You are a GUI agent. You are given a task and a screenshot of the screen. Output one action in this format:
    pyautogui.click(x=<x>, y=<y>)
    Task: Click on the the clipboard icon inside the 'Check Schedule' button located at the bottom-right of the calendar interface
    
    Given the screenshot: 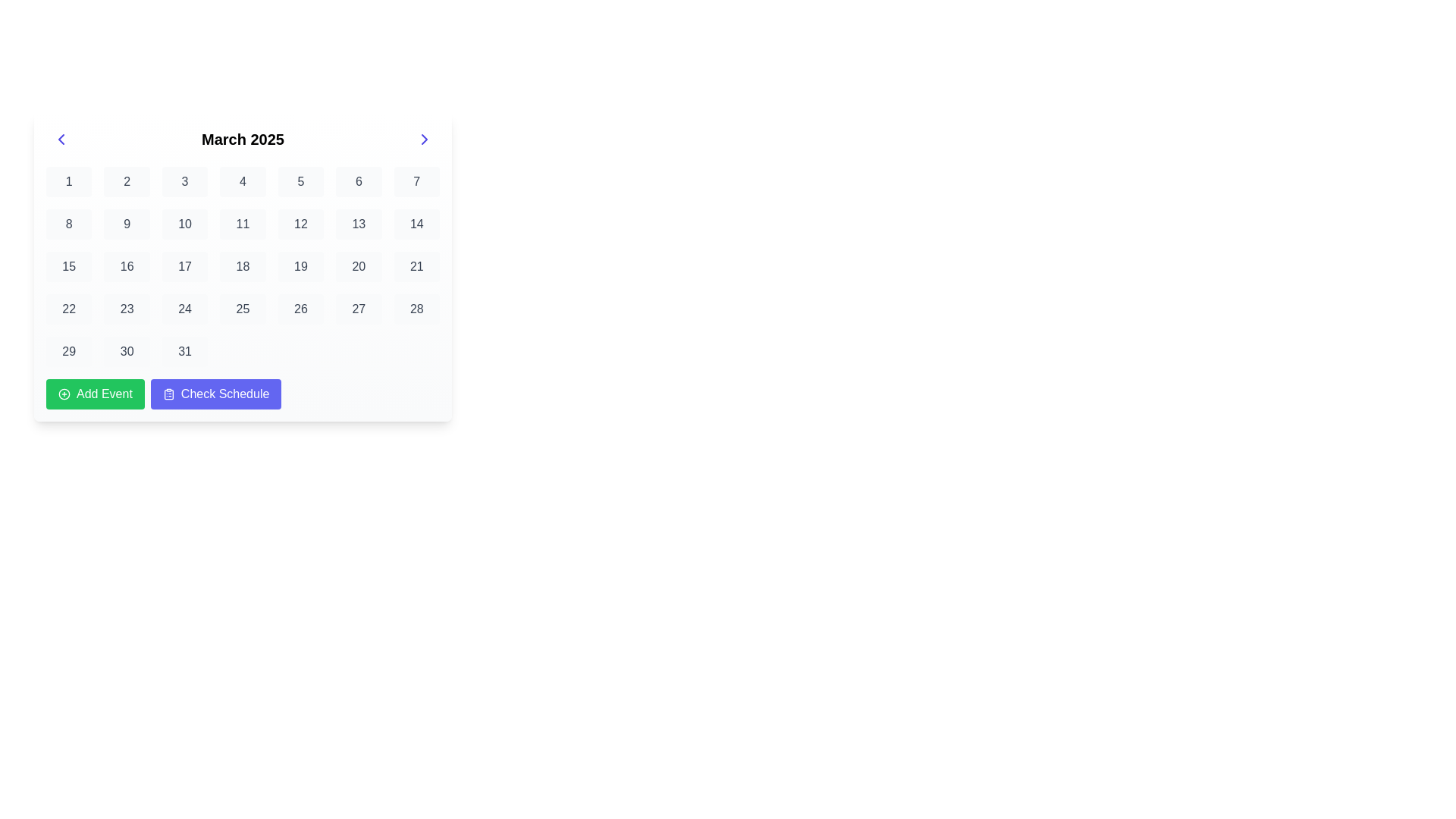 What is the action you would take?
    pyautogui.click(x=168, y=394)
    